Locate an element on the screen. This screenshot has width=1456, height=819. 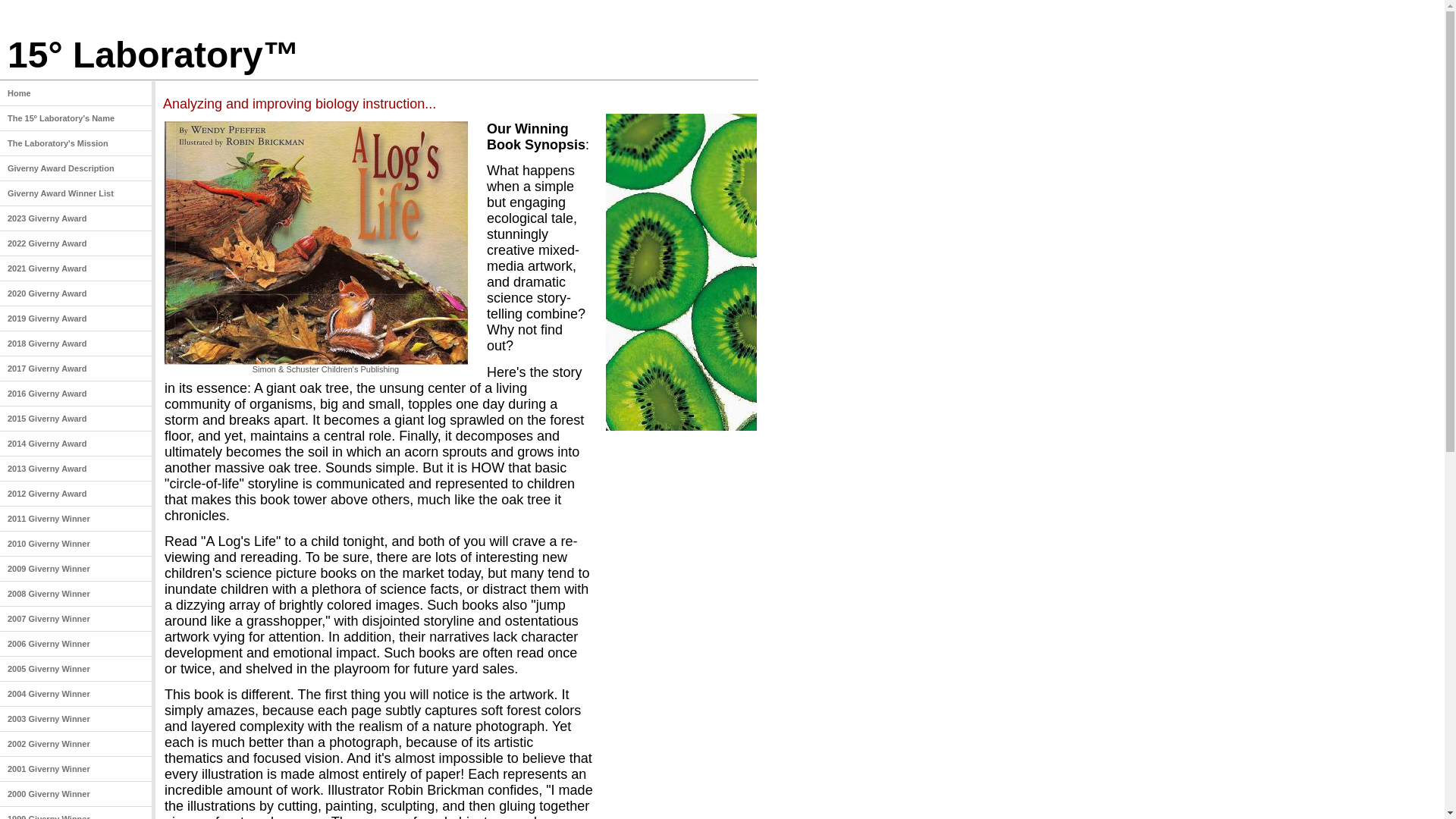
'2021 Giverny Award' is located at coordinates (75, 268).